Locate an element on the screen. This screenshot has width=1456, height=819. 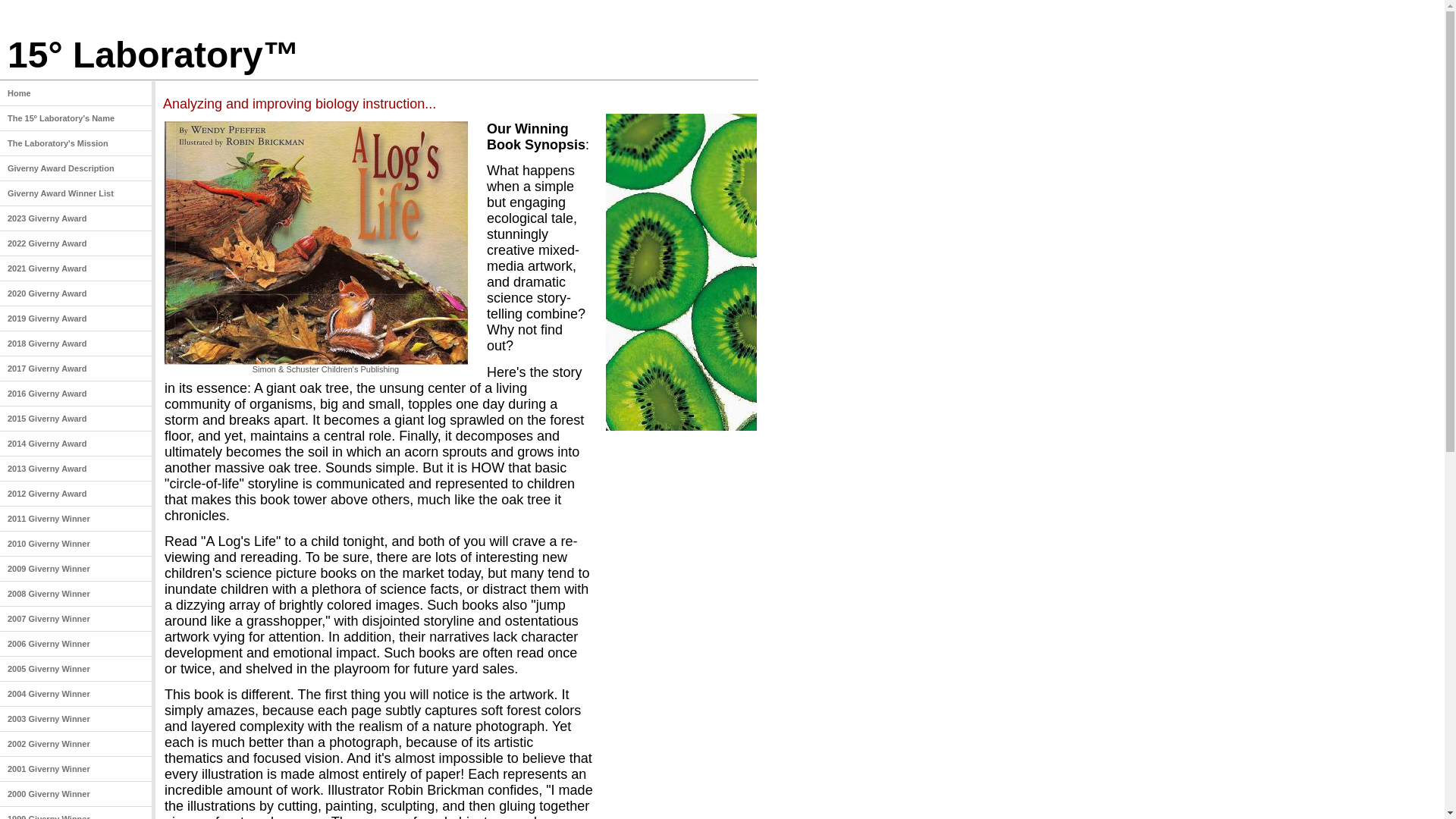
'2021 Giverny Award' is located at coordinates (75, 268).